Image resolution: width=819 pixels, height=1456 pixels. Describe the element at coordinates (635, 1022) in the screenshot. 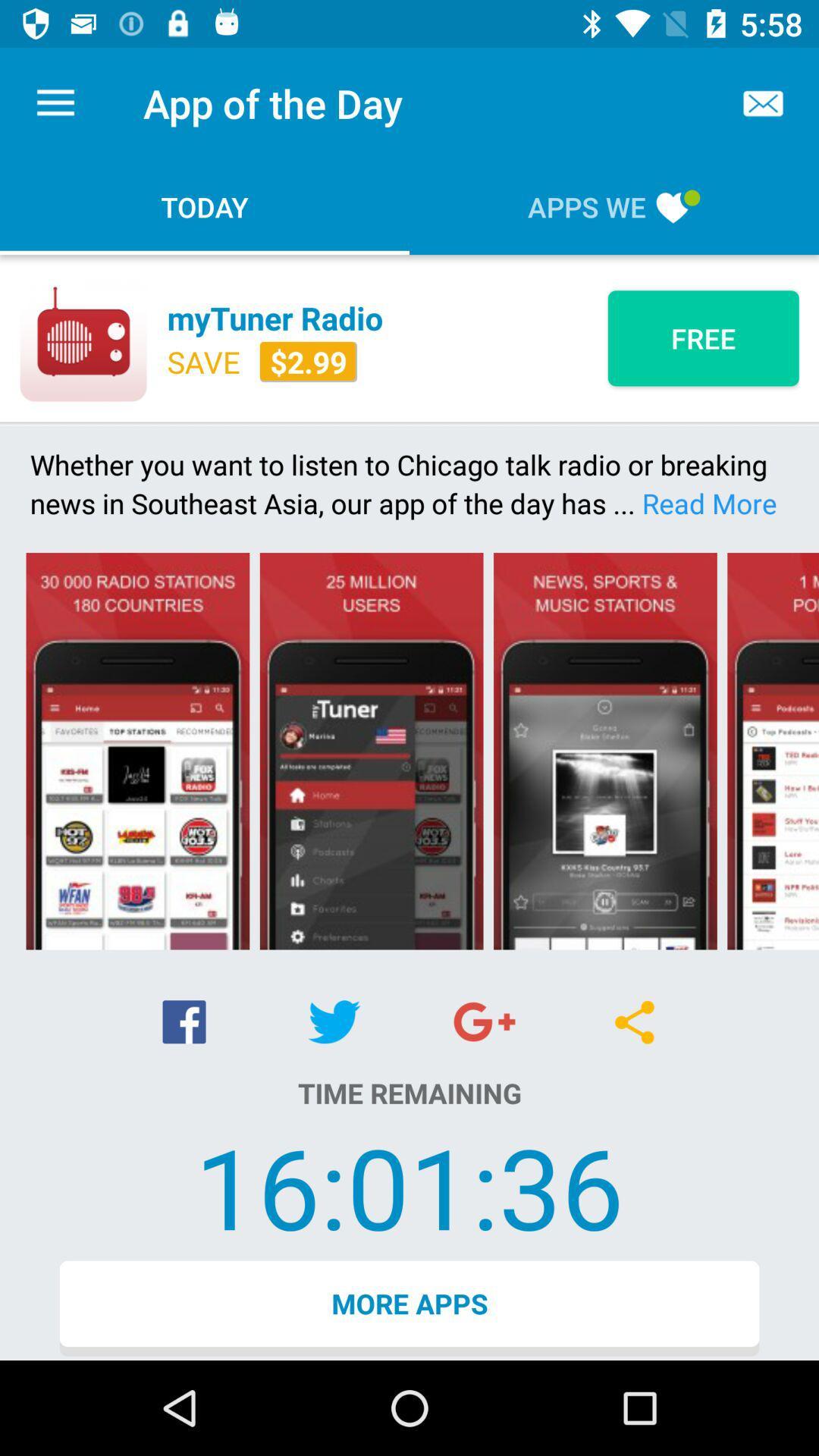

I see `item at the bottom right corner` at that location.